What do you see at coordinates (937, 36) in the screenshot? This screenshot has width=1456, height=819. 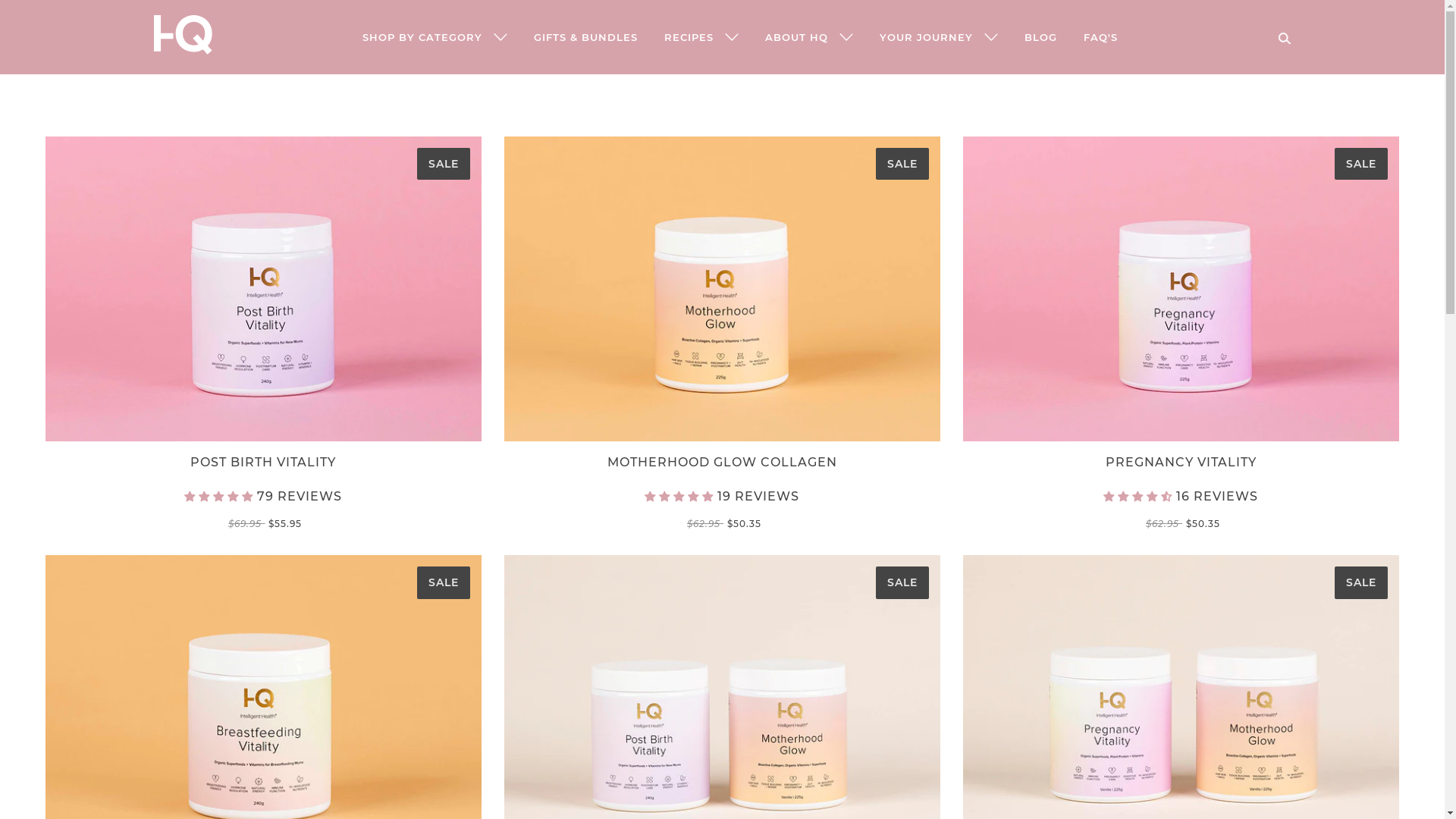 I see `'YOUR JOURNEY'` at bounding box center [937, 36].